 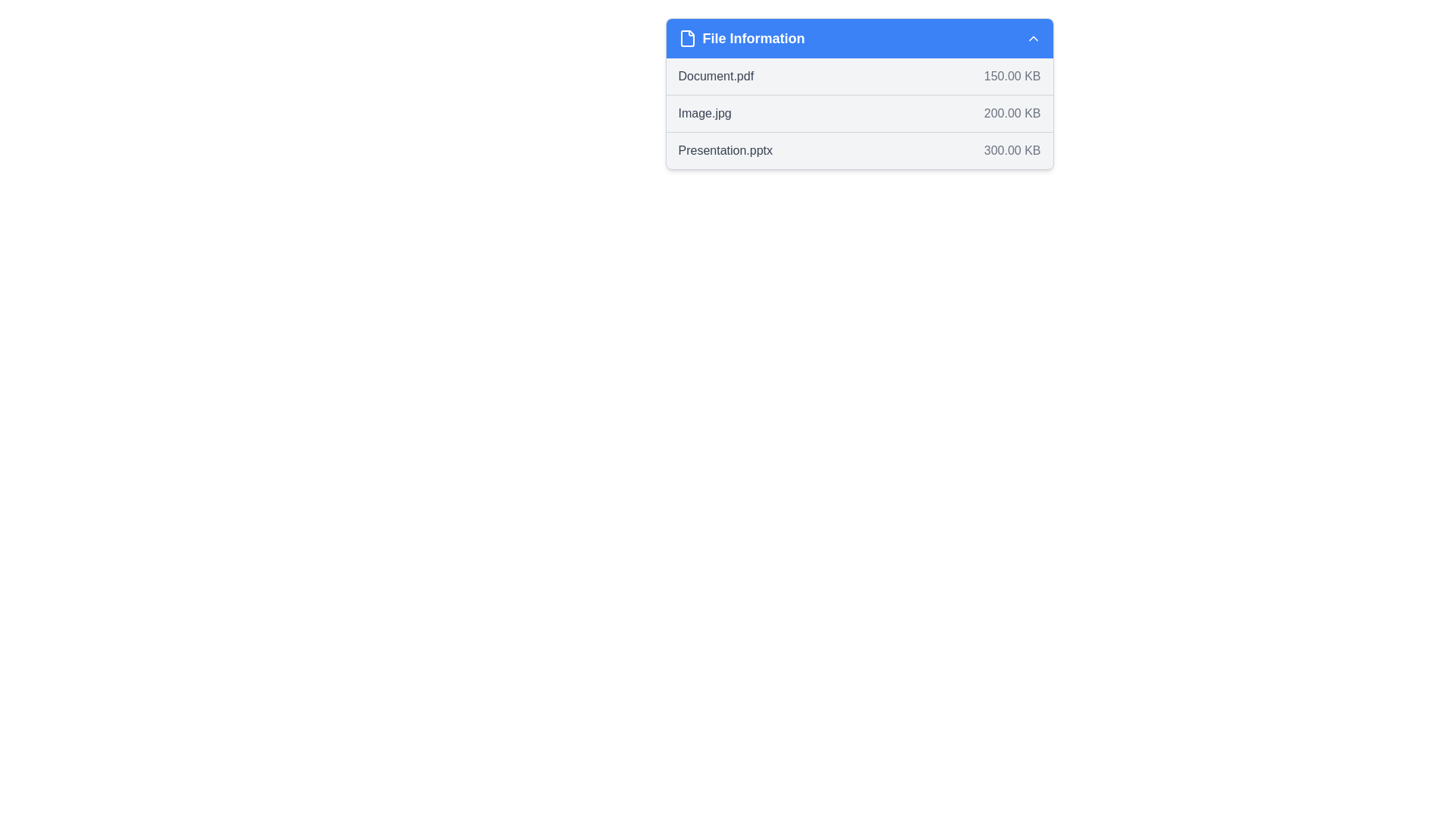 What do you see at coordinates (753, 37) in the screenshot?
I see `the 'File Information' heading text, which is a bold title displayed on a blue background at the top of the file information section` at bounding box center [753, 37].